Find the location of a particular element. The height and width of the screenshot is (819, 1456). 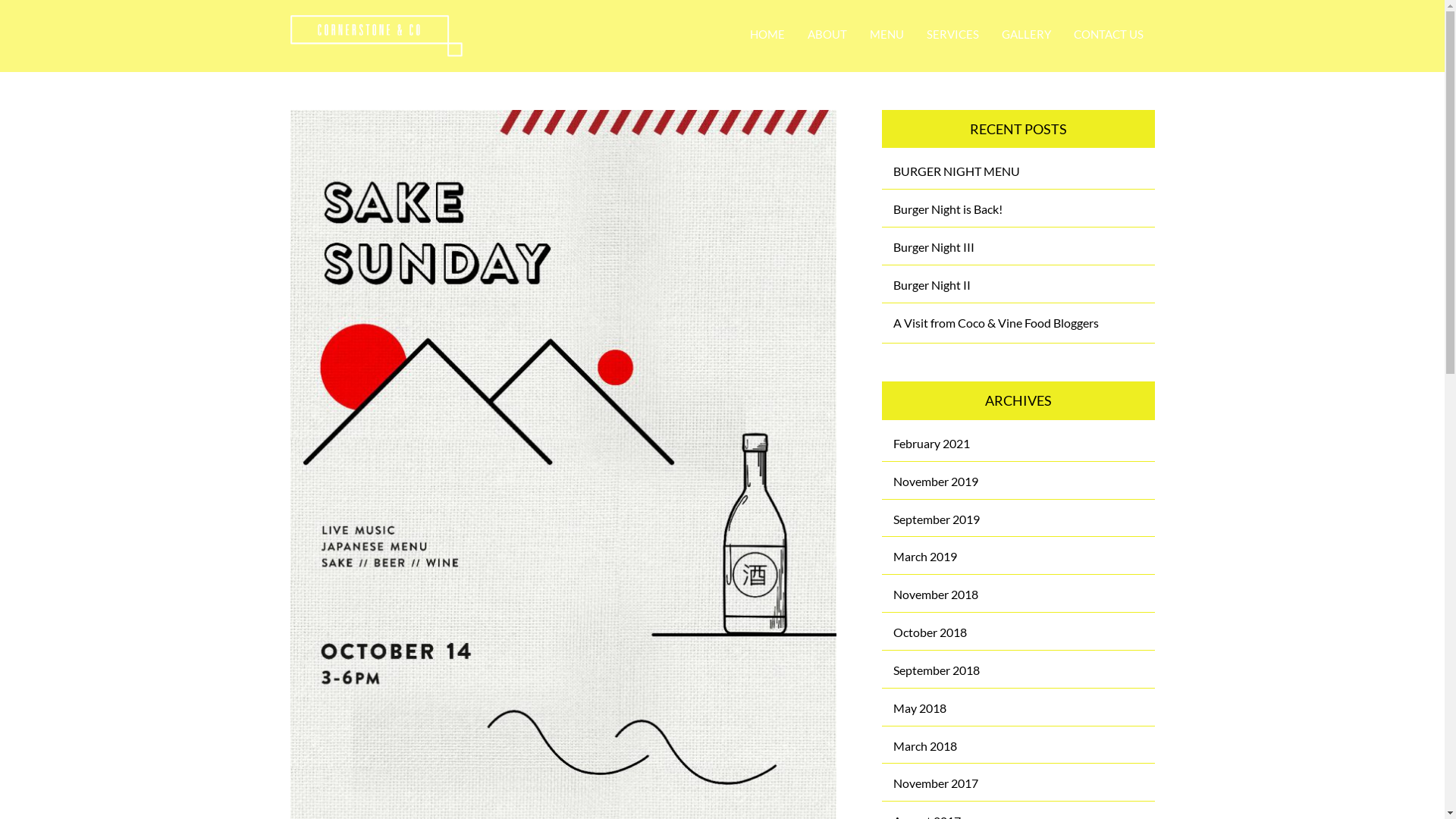

'CONTACT US' is located at coordinates (1061, 34).